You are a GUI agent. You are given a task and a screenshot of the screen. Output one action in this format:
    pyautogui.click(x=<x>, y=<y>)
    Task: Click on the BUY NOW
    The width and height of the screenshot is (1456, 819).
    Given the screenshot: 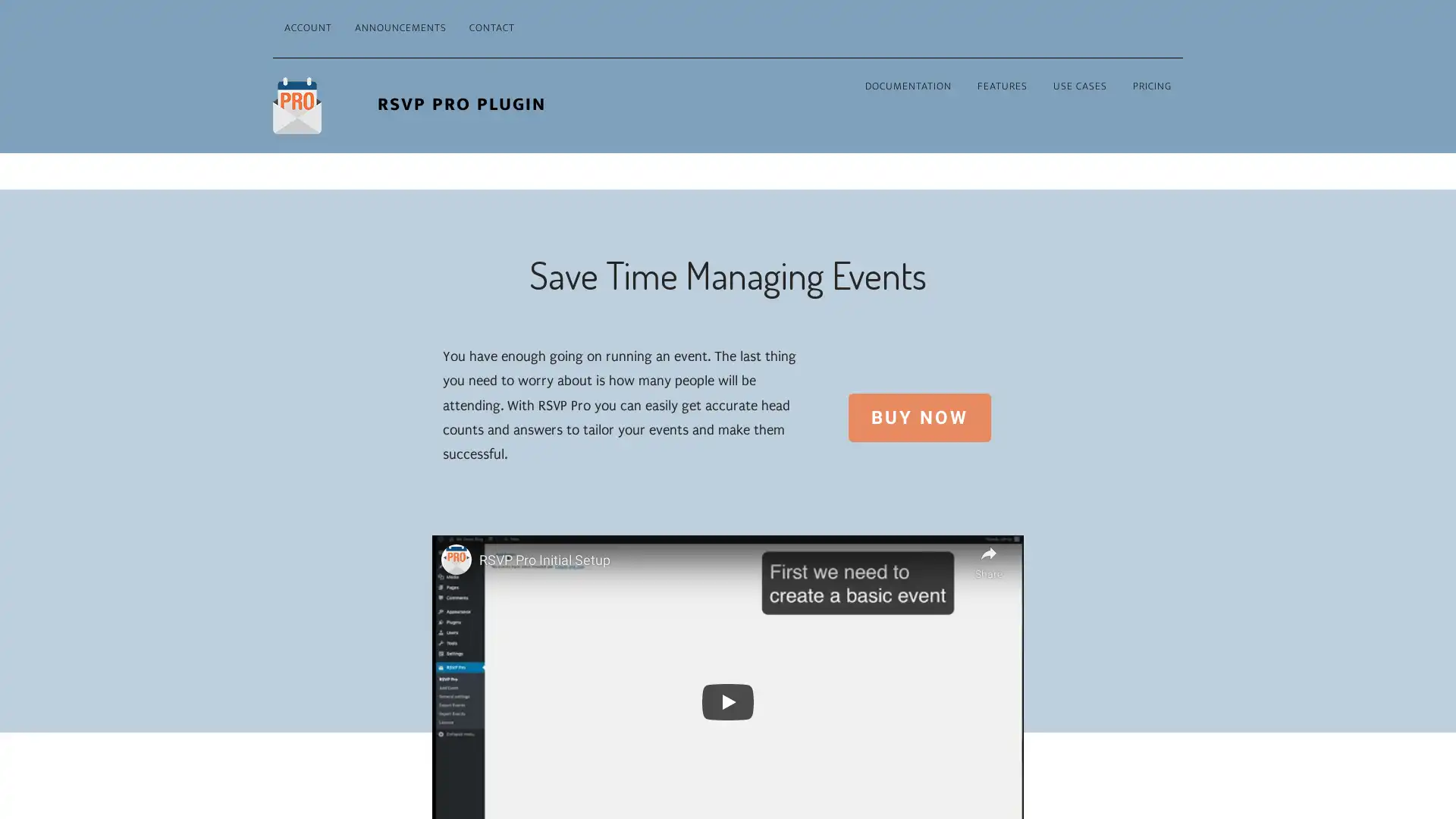 What is the action you would take?
    pyautogui.click(x=918, y=417)
    